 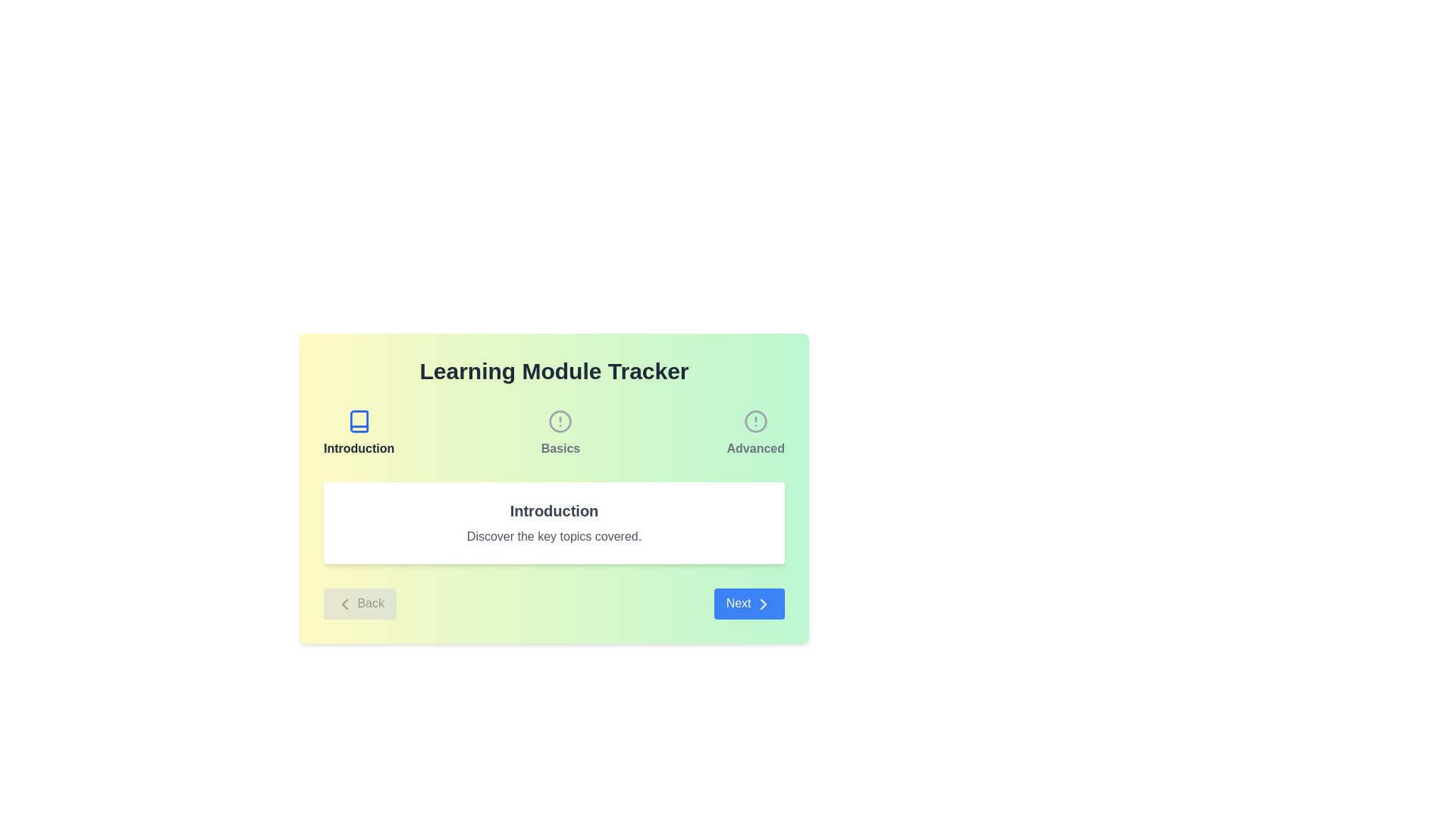 I want to click on text within the Informational Card element that contains the title 'Introduction' and the subtitle 'Discover the key topics covered.', so click(x=553, y=522).